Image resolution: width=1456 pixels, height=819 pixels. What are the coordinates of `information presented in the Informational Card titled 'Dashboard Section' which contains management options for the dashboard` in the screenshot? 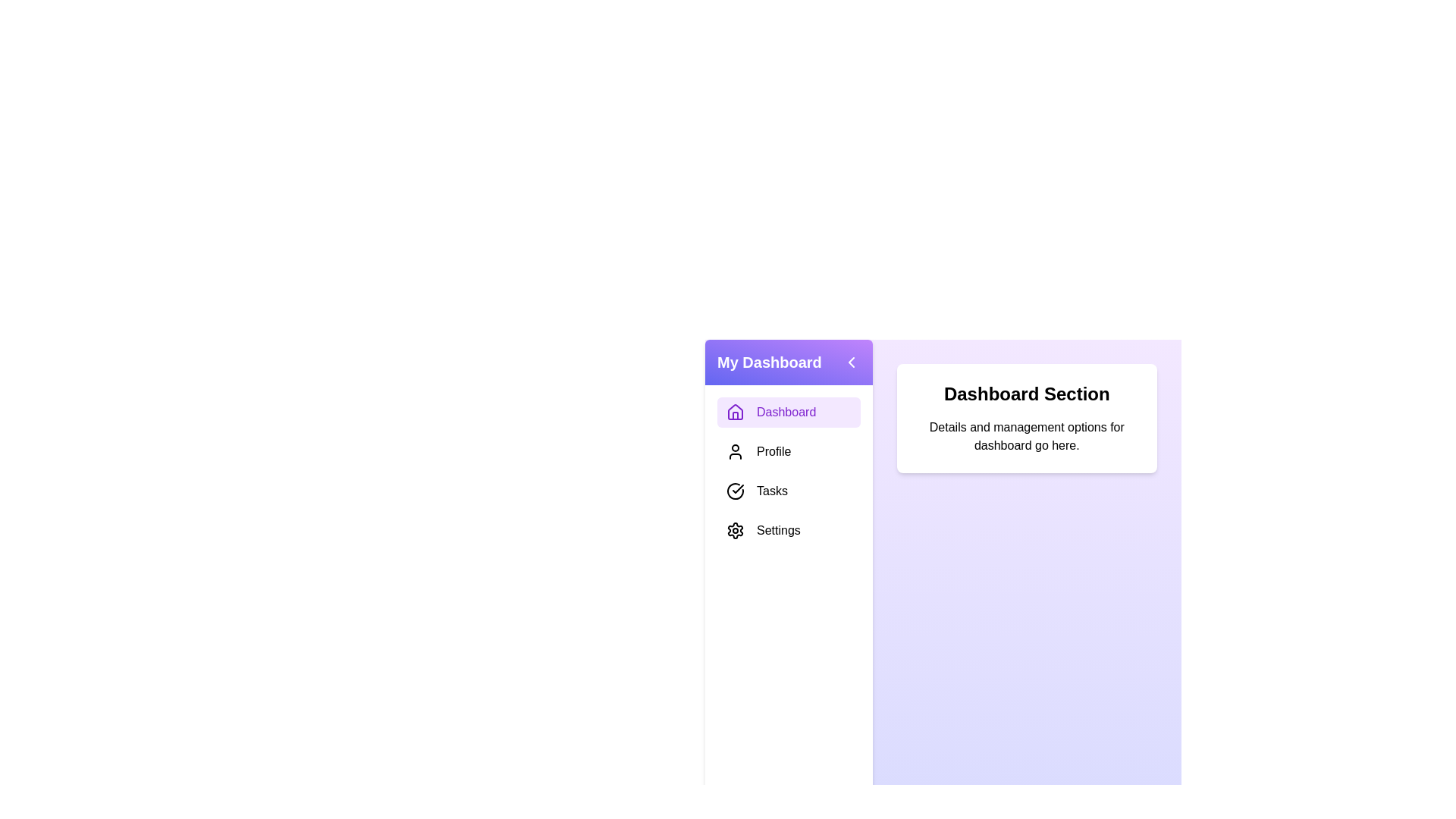 It's located at (1027, 418).